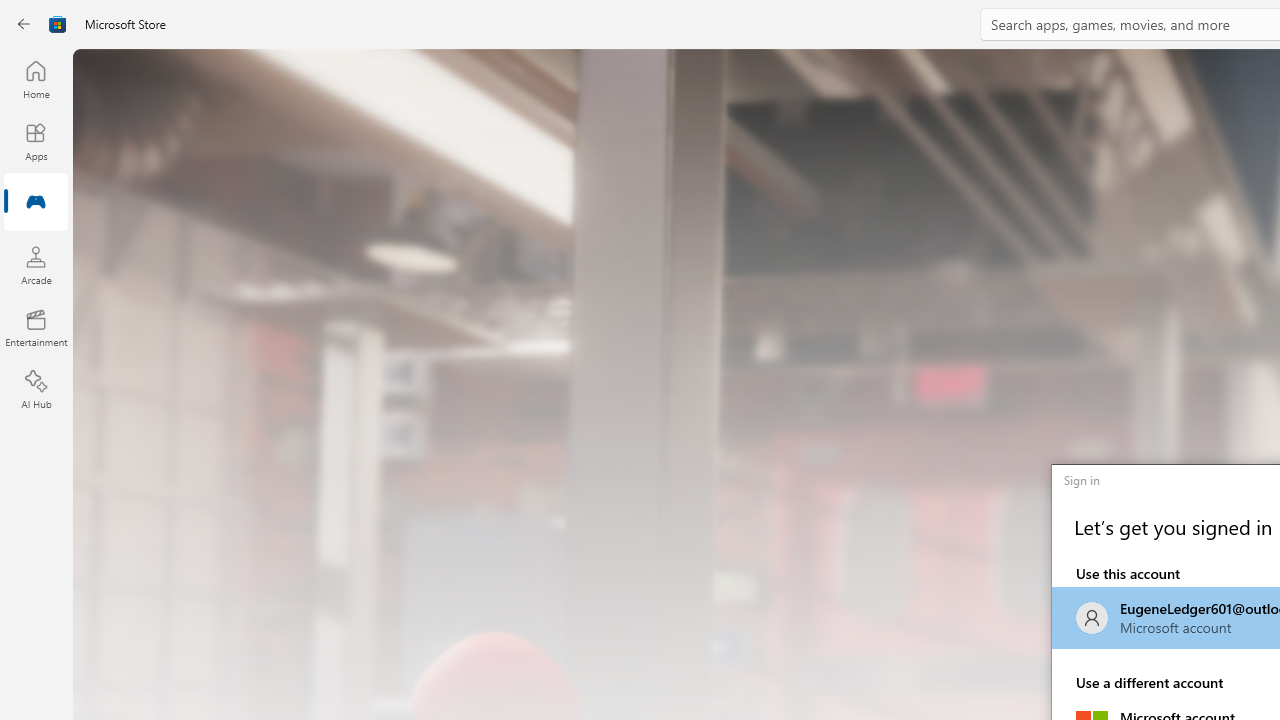  What do you see at coordinates (35, 326) in the screenshot?
I see `'Entertainment'` at bounding box center [35, 326].